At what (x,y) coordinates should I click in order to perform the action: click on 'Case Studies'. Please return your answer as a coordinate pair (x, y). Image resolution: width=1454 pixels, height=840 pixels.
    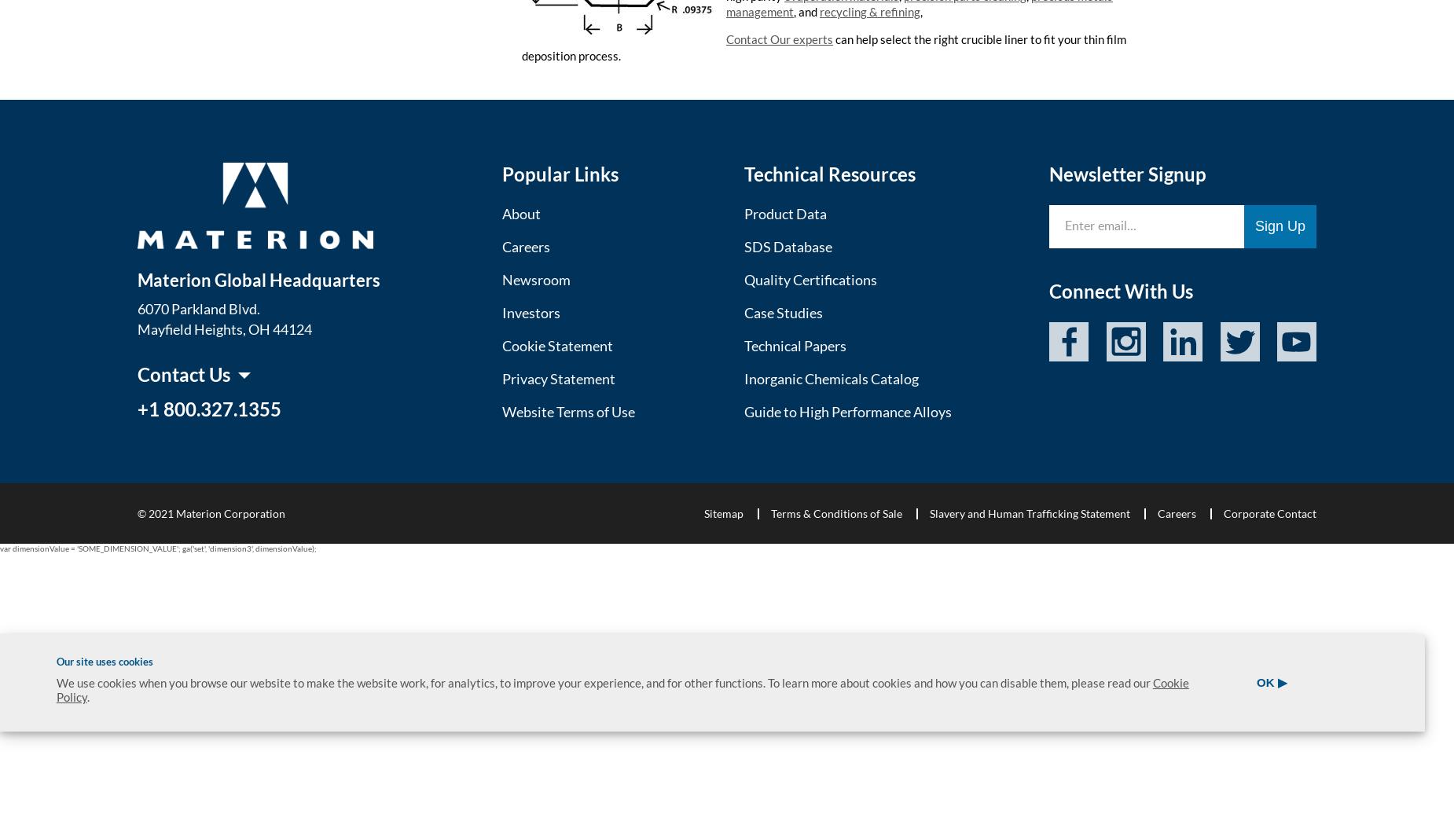
    Looking at the image, I should click on (782, 312).